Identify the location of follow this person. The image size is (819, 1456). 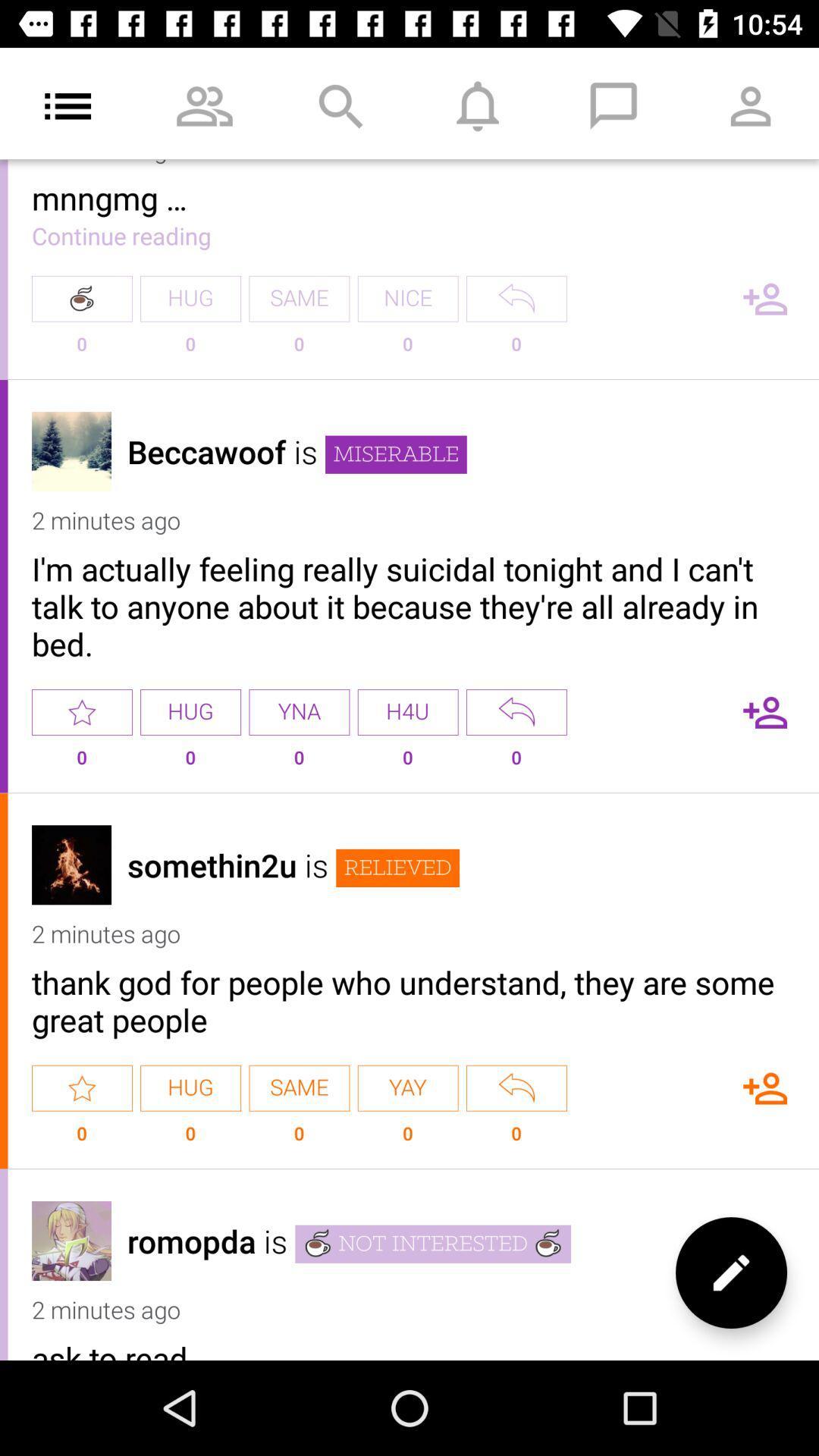
(765, 711).